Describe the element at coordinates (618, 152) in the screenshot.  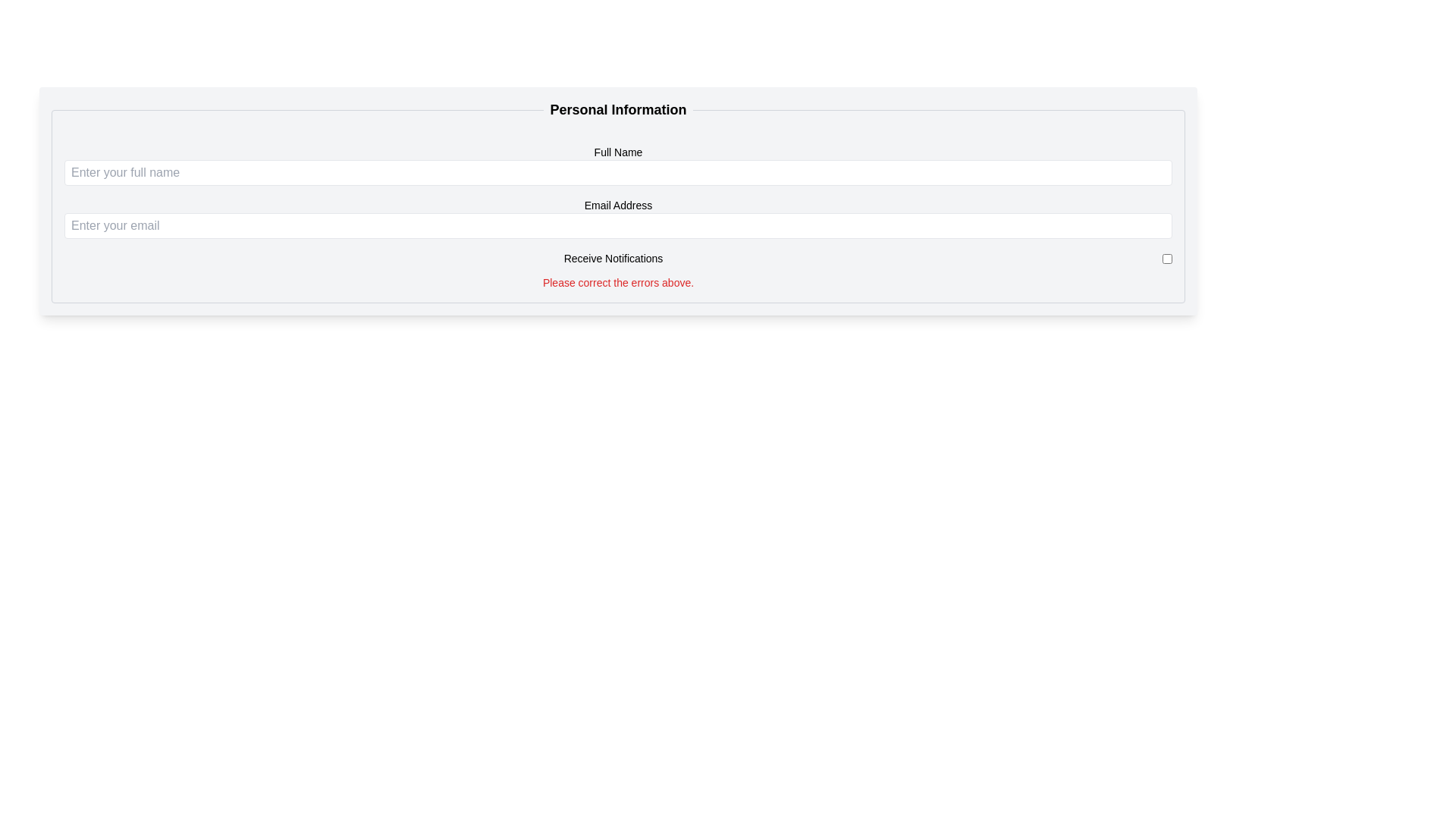
I see `the text label displaying 'Full Name', which is positioned above the input field for entering the user's full name` at that location.